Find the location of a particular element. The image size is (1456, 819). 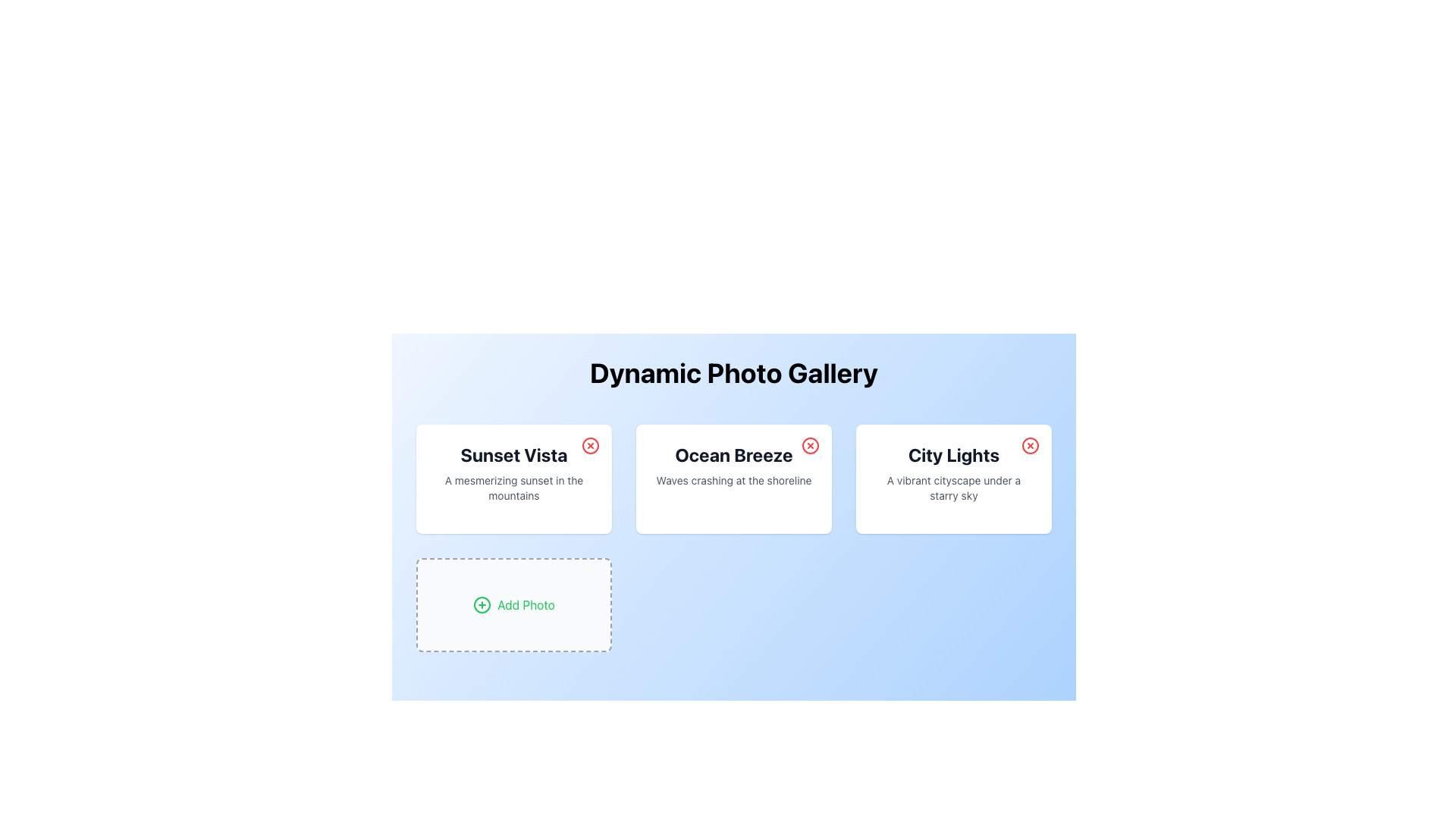

title 'City Lights' displayed in large, bold font at the top of the third card in the photo gallery section is located at coordinates (952, 454).